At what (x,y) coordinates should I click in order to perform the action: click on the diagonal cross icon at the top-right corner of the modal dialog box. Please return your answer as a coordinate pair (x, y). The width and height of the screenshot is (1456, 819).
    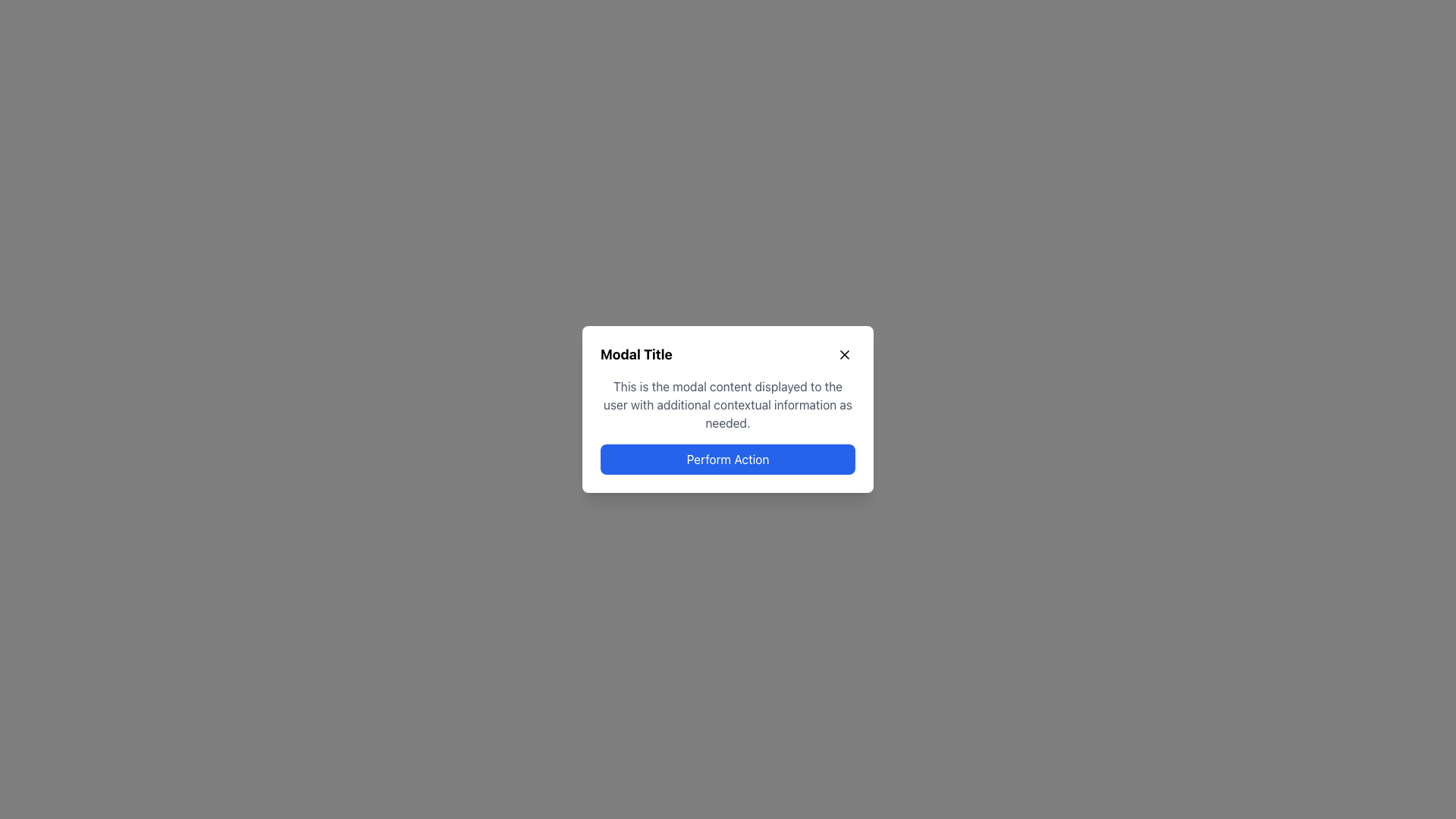
    Looking at the image, I should click on (843, 354).